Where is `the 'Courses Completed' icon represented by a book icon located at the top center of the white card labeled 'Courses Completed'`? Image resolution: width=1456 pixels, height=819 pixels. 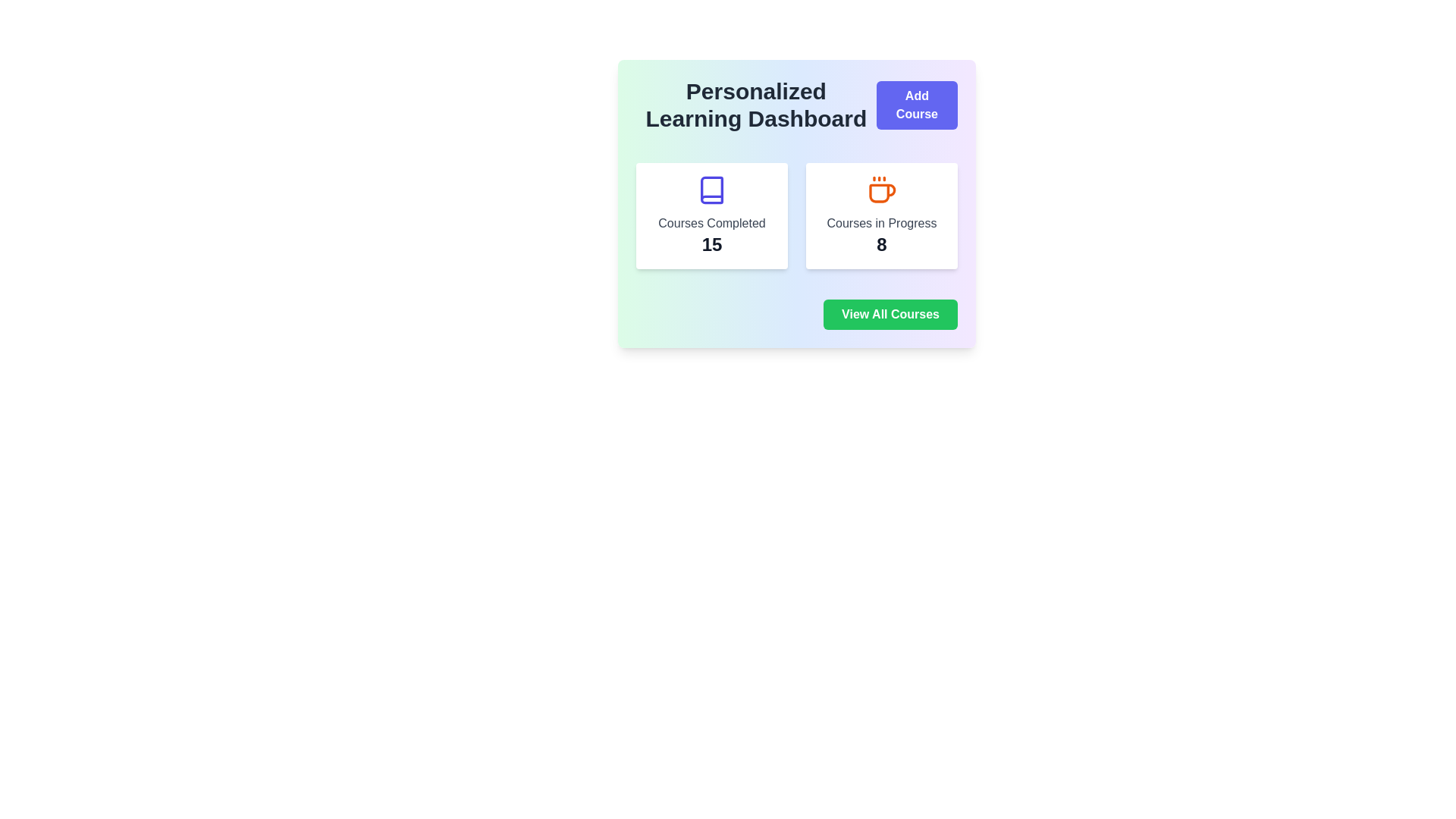 the 'Courses Completed' icon represented by a book icon located at the top center of the white card labeled 'Courses Completed' is located at coordinates (711, 189).